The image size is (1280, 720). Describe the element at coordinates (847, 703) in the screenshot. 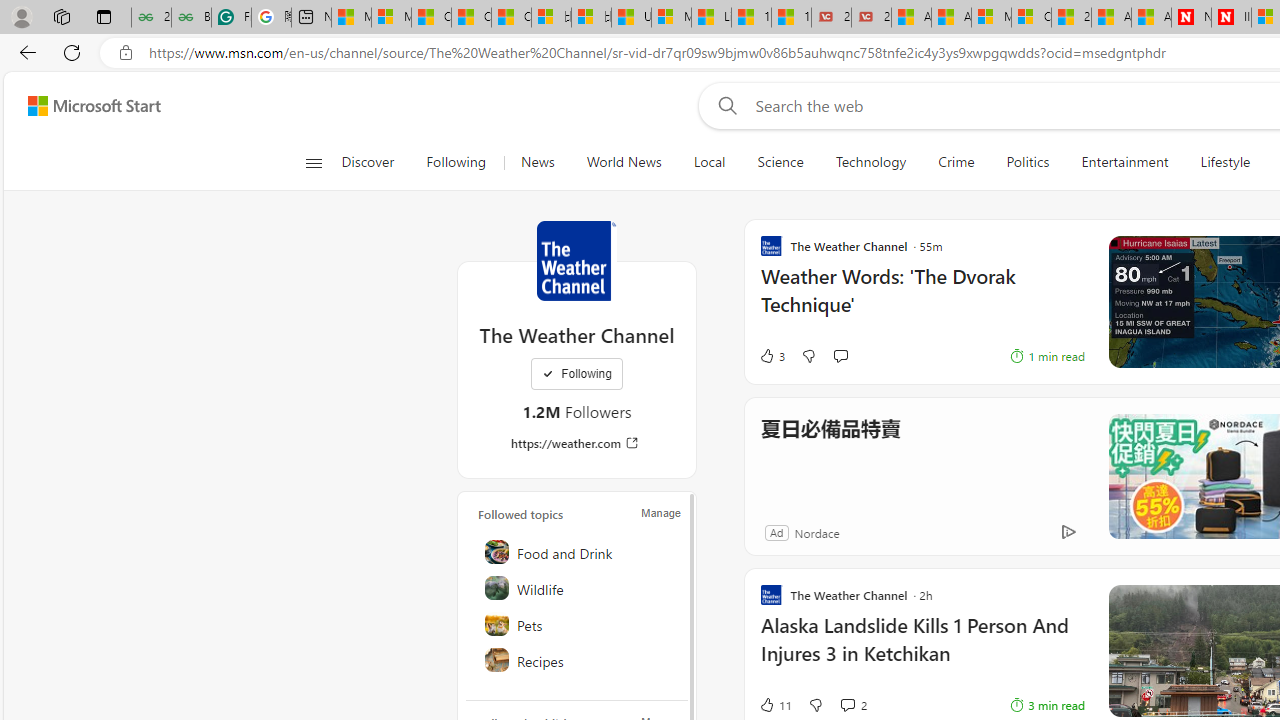

I see `'View comments 2 Comment'` at that location.